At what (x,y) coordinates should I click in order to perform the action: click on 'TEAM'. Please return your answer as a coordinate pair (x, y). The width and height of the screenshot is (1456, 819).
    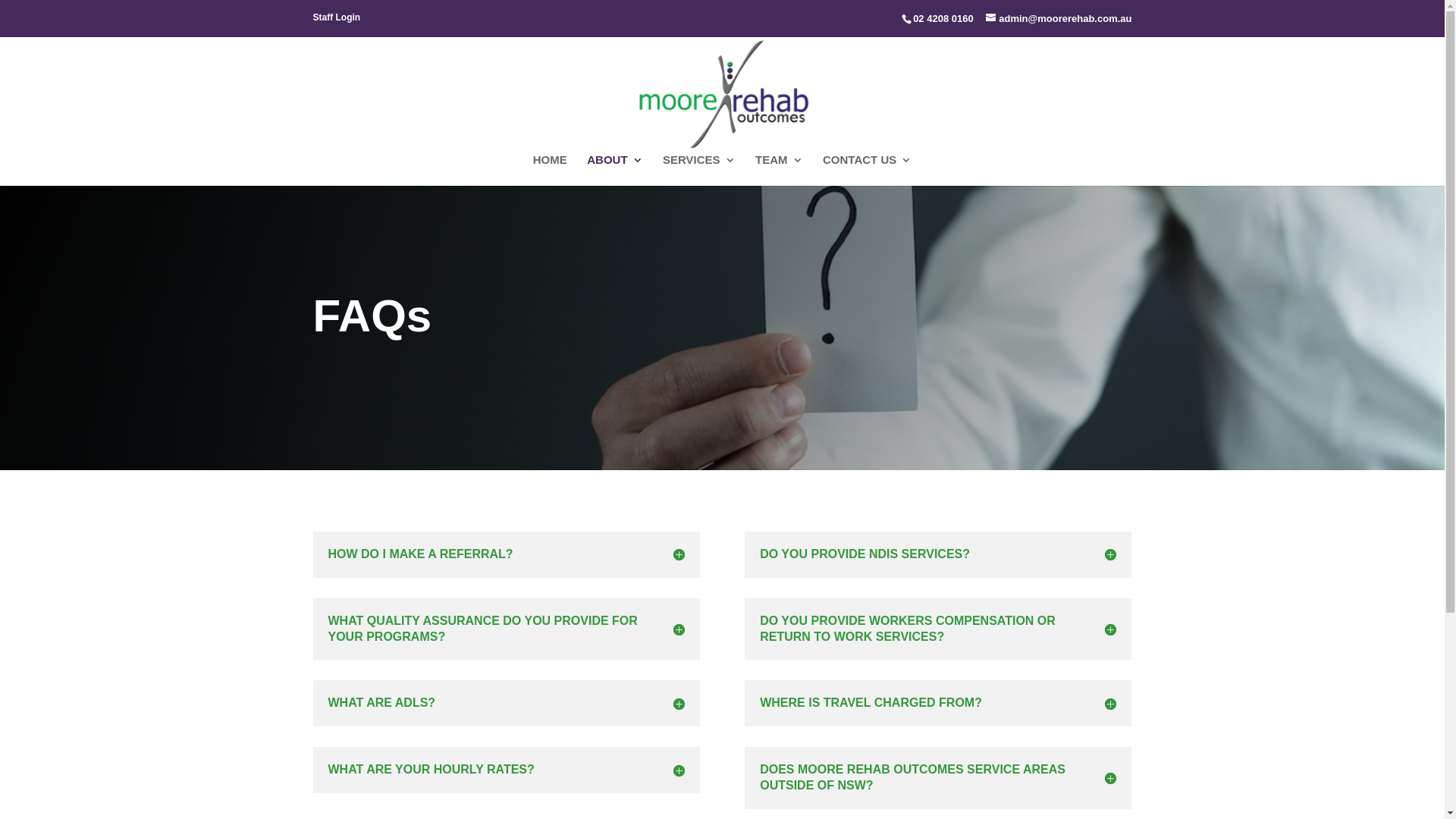
    Looking at the image, I should click on (779, 170).